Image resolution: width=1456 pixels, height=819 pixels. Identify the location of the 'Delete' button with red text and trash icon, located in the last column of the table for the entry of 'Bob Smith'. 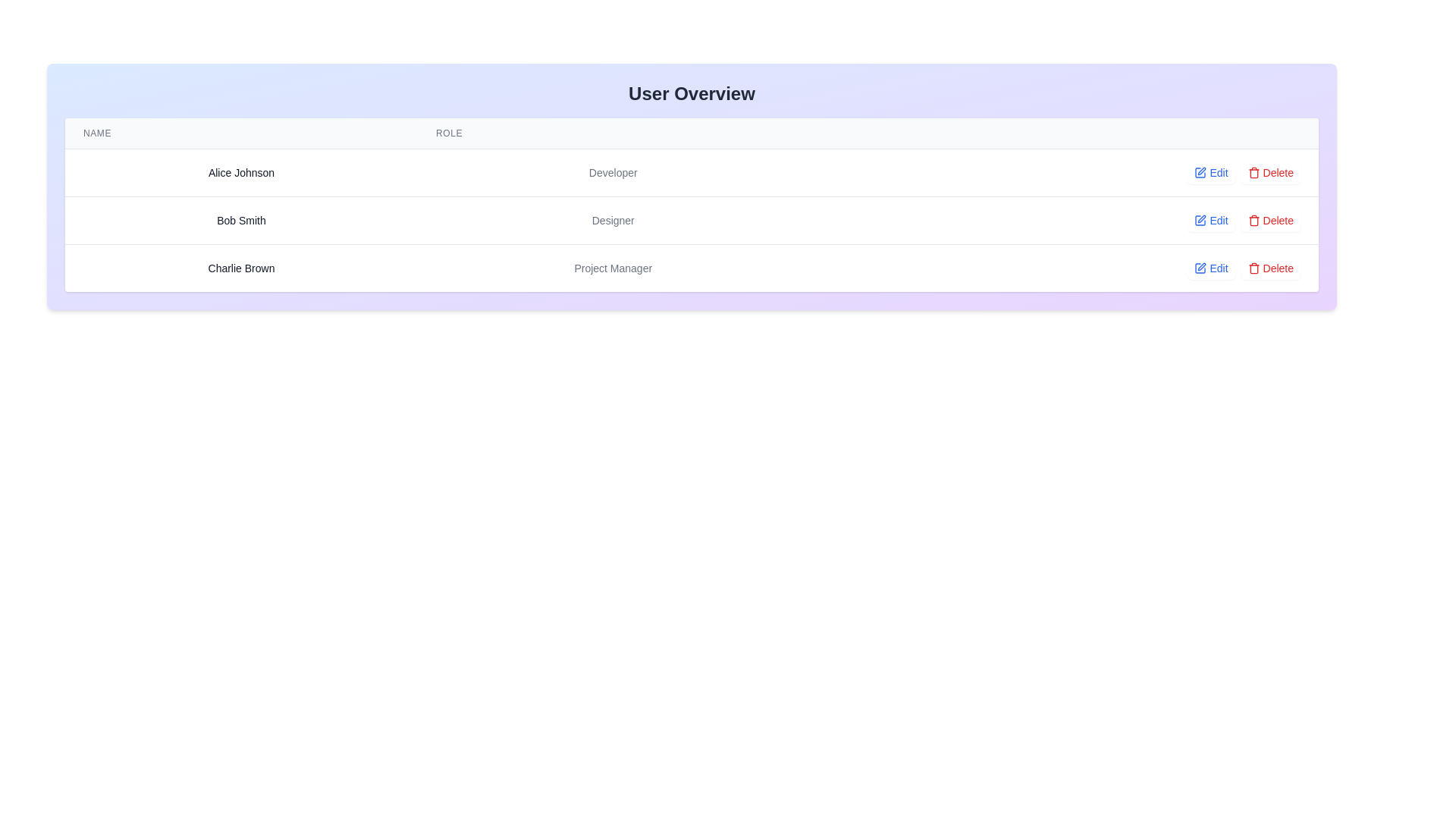
(1270, 171).